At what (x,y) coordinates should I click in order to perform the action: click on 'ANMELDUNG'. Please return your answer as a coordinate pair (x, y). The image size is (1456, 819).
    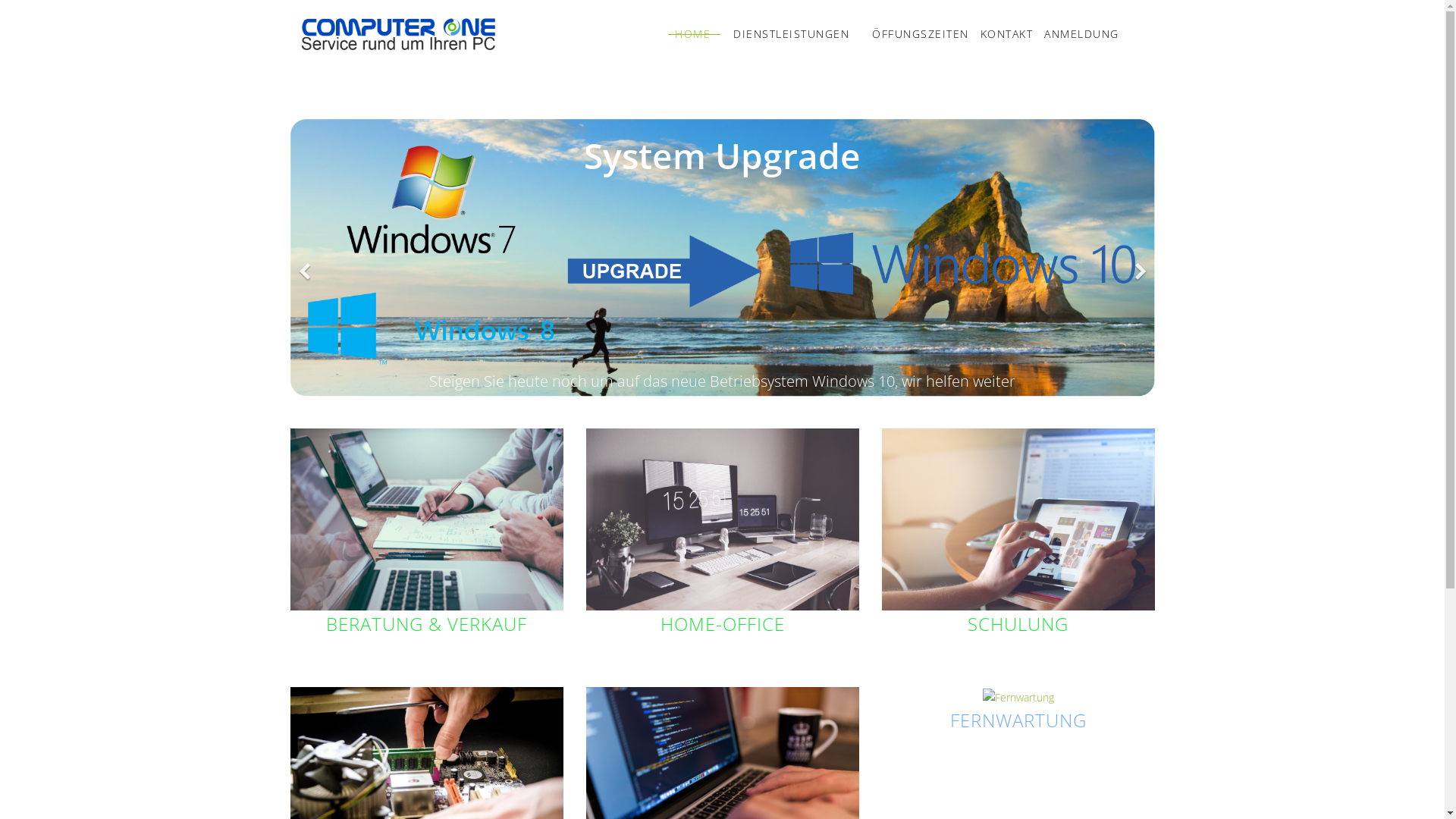
    Looking at the image, I should click on (1075, 34).